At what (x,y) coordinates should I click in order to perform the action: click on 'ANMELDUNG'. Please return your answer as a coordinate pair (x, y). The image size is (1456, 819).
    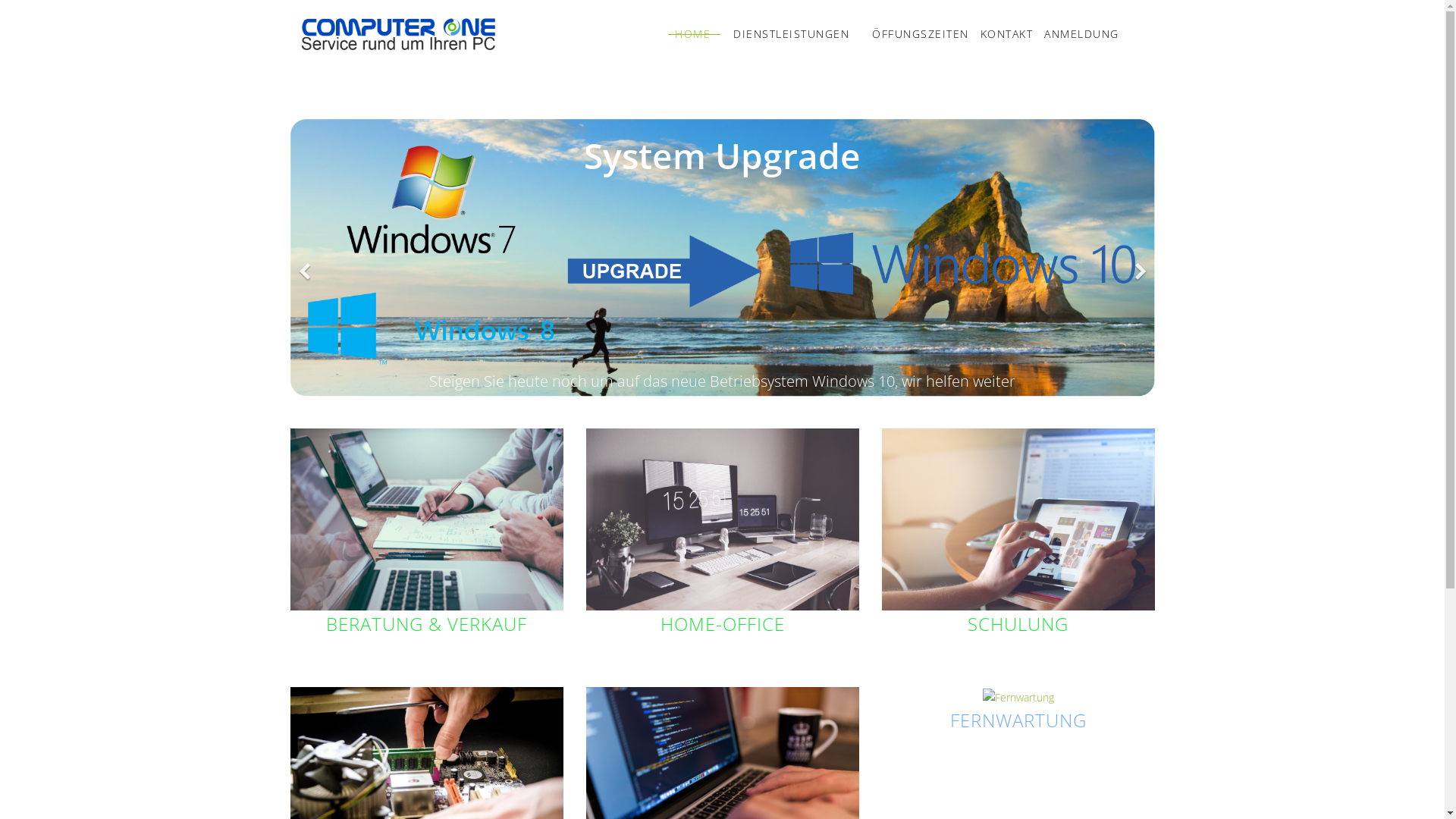
    Looking at the image, I should click on (1075, 34).